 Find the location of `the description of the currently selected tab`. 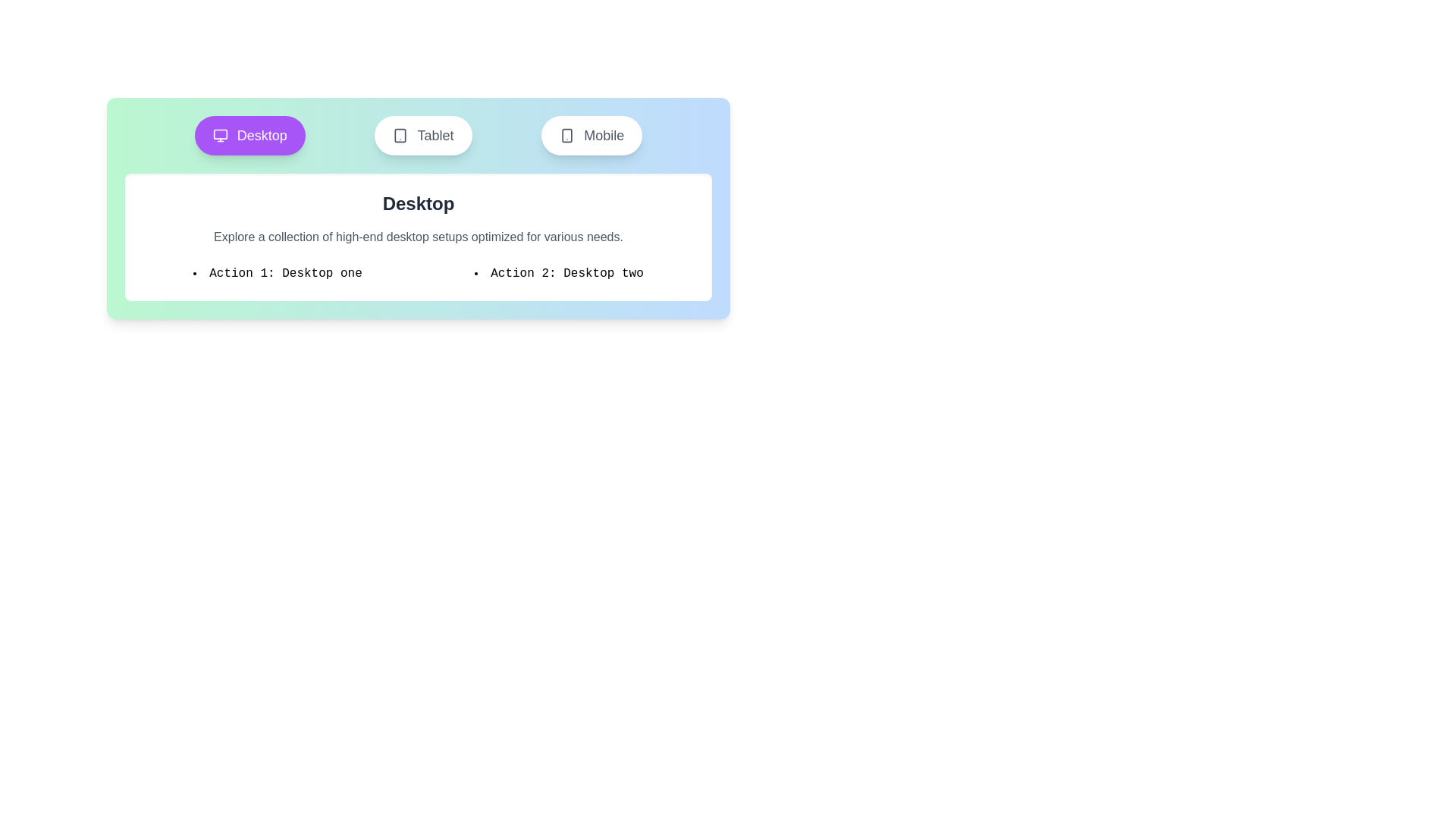

the description of the currently selected tab is located at coordinates (419, 237).